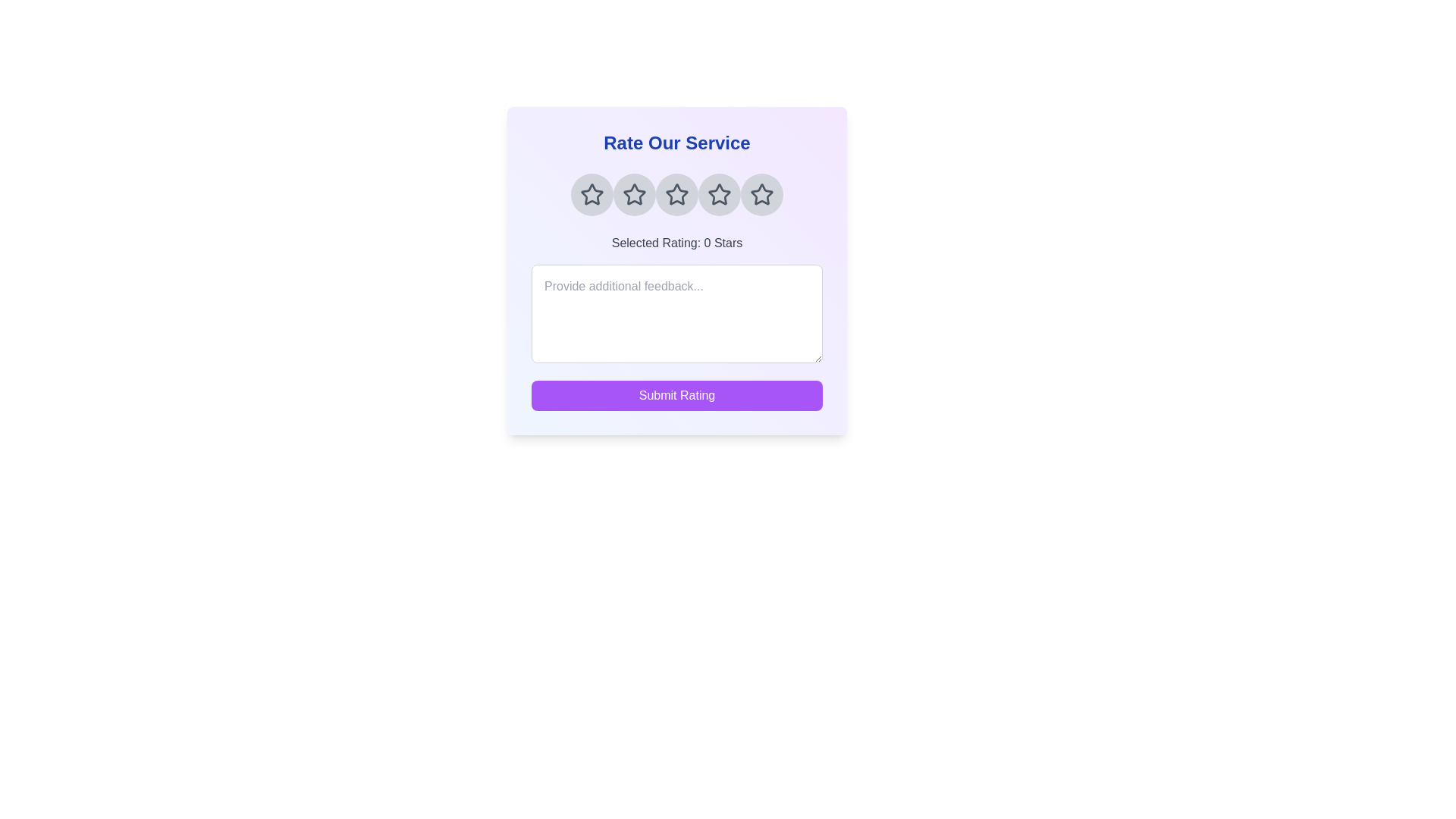 The width and height of the screenshot is (1456, 819). Describe the element at coordinates (676, 194) in the screenshot. I see `the star corresponding to 3 to preview the rating` at that location.